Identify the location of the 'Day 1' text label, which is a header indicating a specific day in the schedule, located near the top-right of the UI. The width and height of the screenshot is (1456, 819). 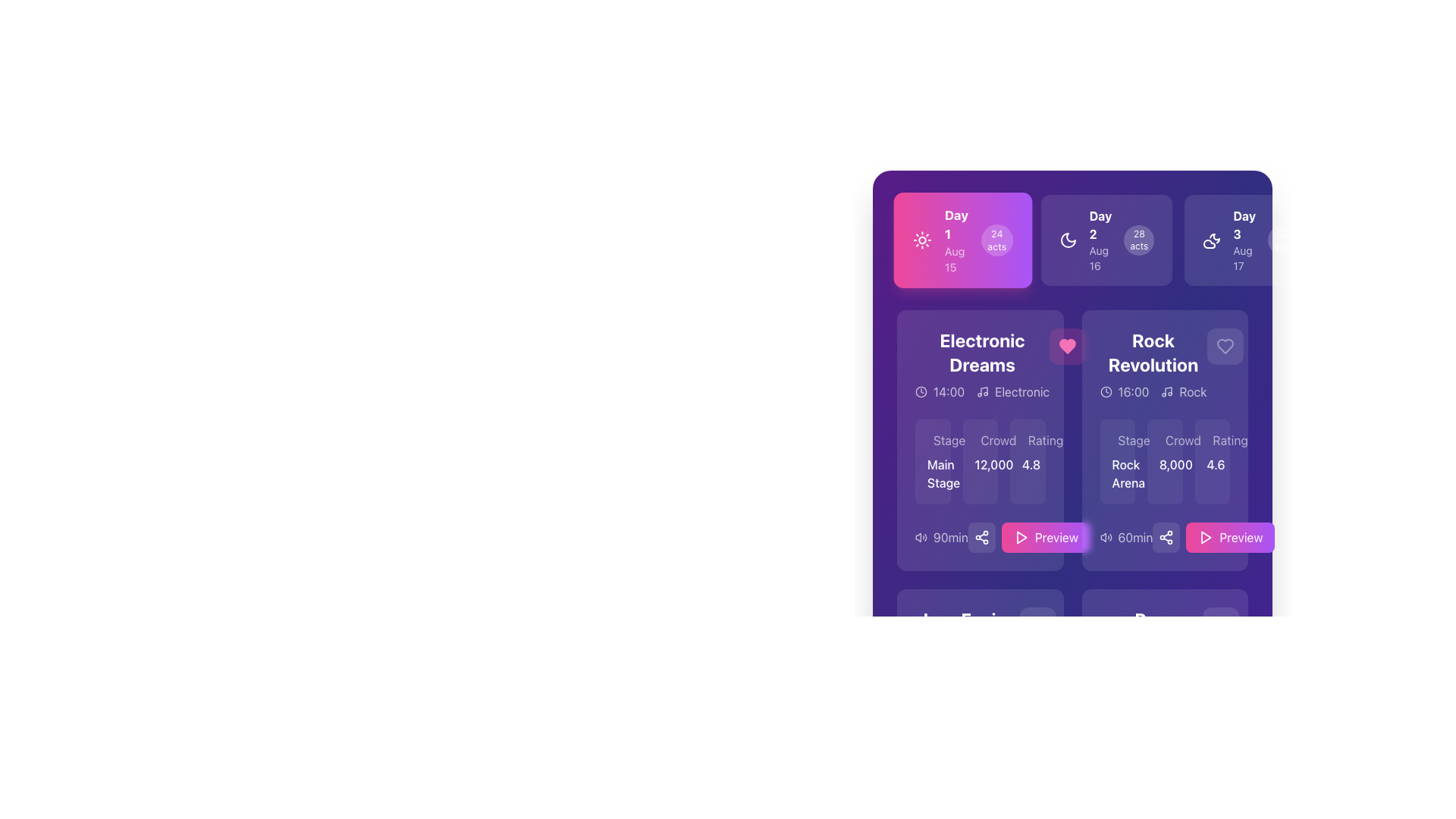
(955, 224).